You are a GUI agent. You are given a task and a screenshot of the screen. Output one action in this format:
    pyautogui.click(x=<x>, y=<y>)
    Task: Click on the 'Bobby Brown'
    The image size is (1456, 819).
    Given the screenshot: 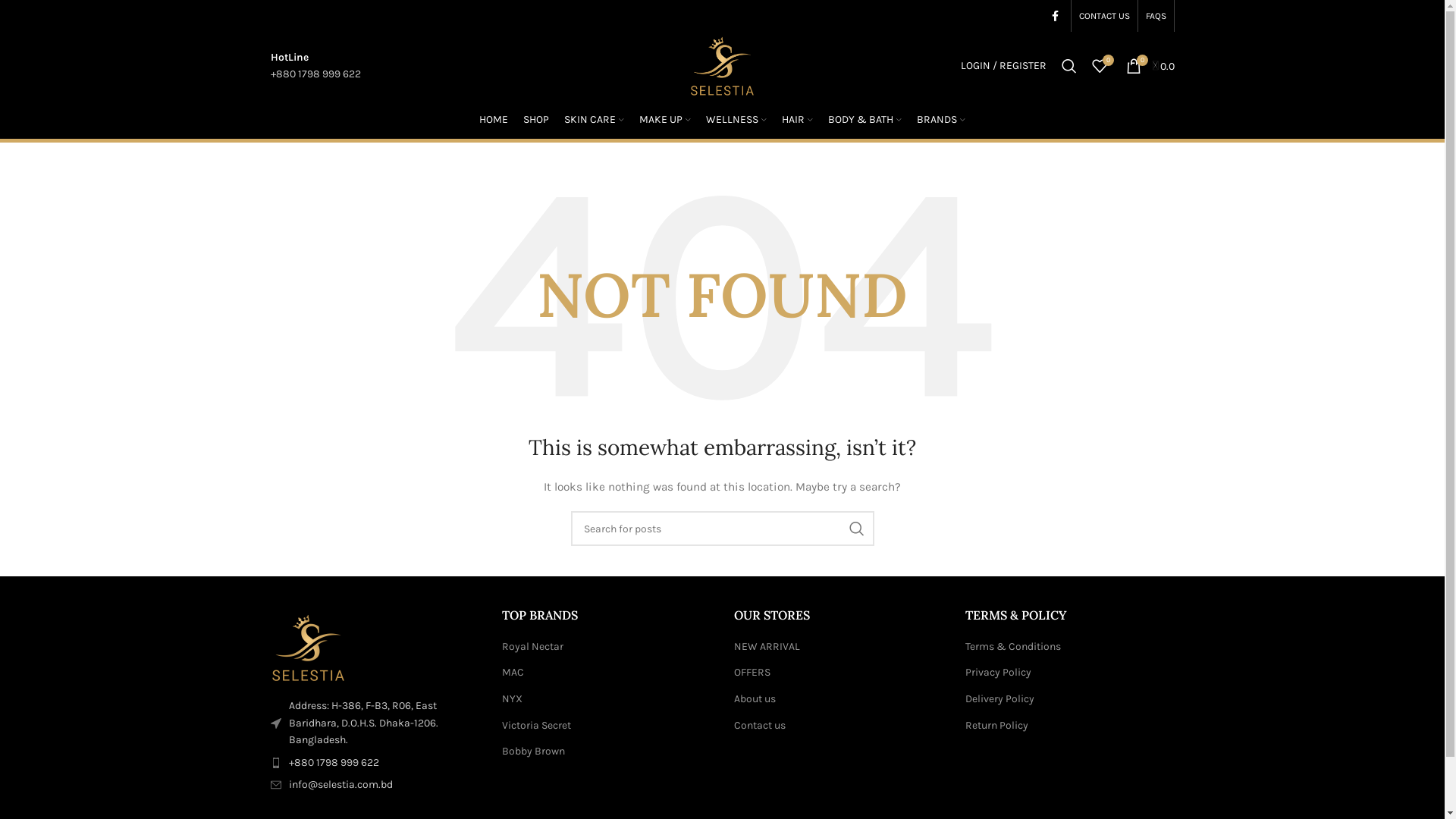 What is the action you would take?
    pyautogui.click(x=534, y=752)
    